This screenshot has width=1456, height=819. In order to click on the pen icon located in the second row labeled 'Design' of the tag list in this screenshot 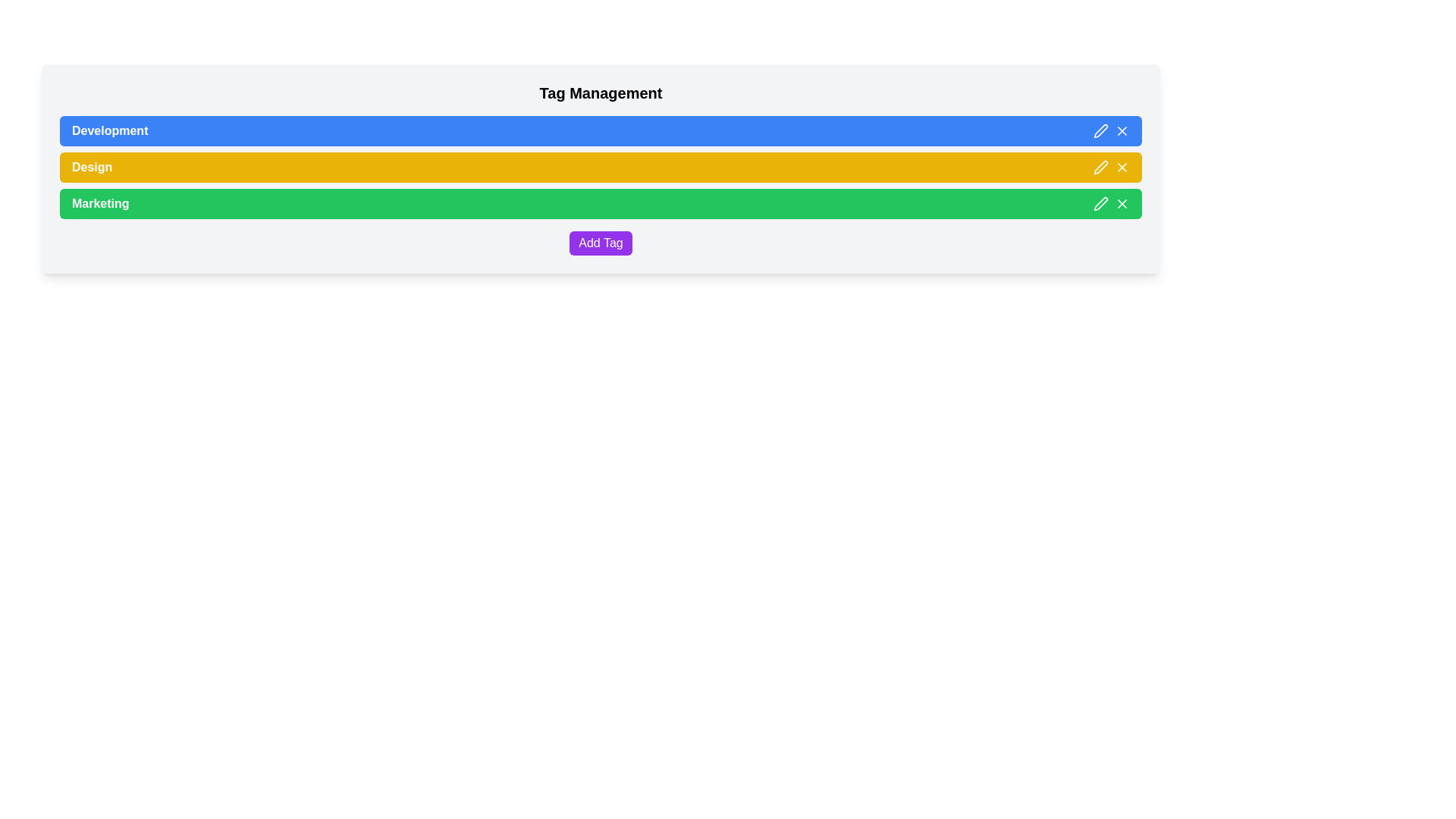, I will do `click(1100, 167)`.